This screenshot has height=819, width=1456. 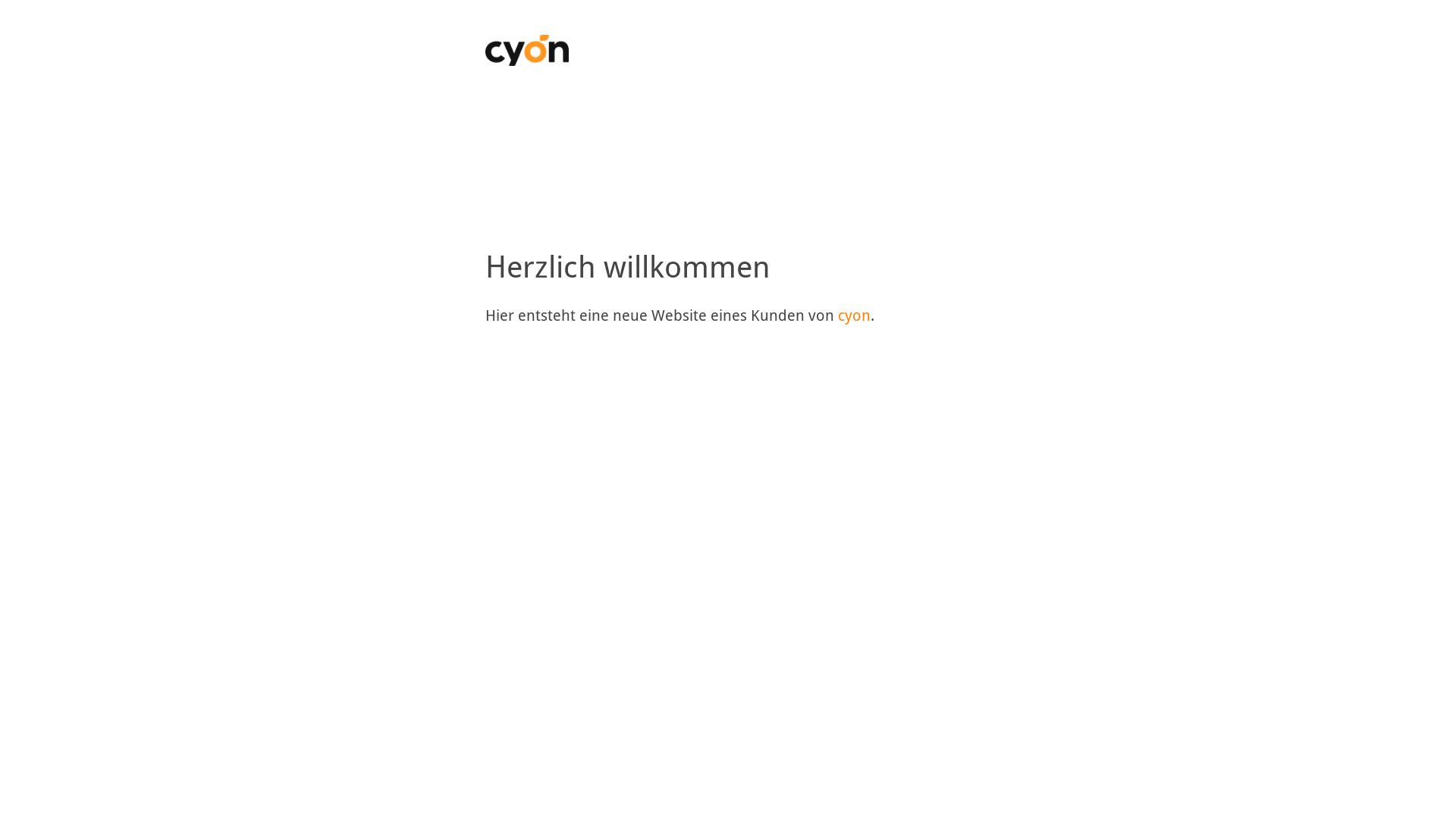 What do you see at coordinates (854, 315) in the screenshot?
I see `'cyon'` at bounding box center [854, 315].